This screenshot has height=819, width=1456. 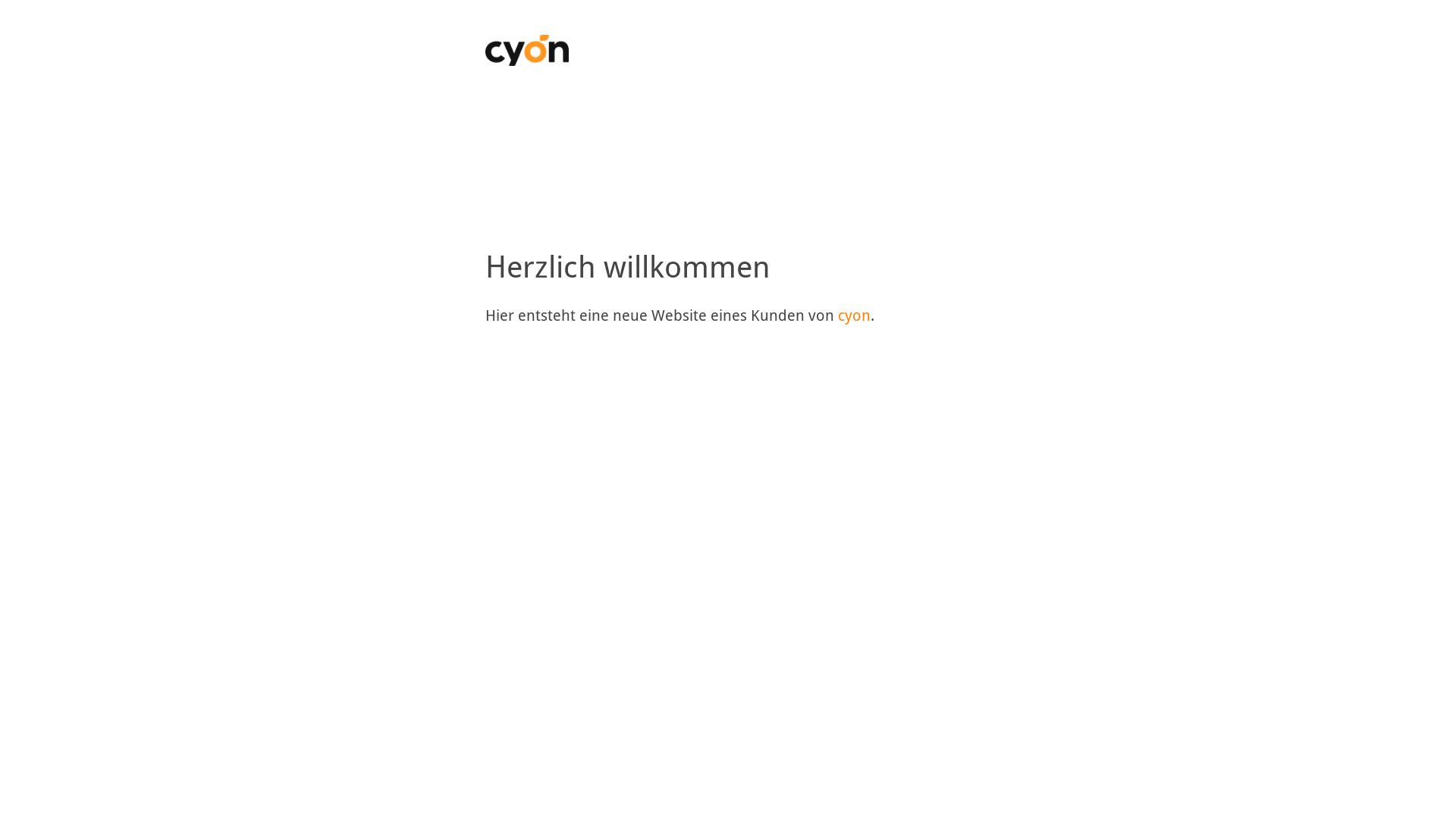 What do you see at coordinates (854, 315) in the screenshot?
I see `'cyon'` at bounding box center [854, 315].